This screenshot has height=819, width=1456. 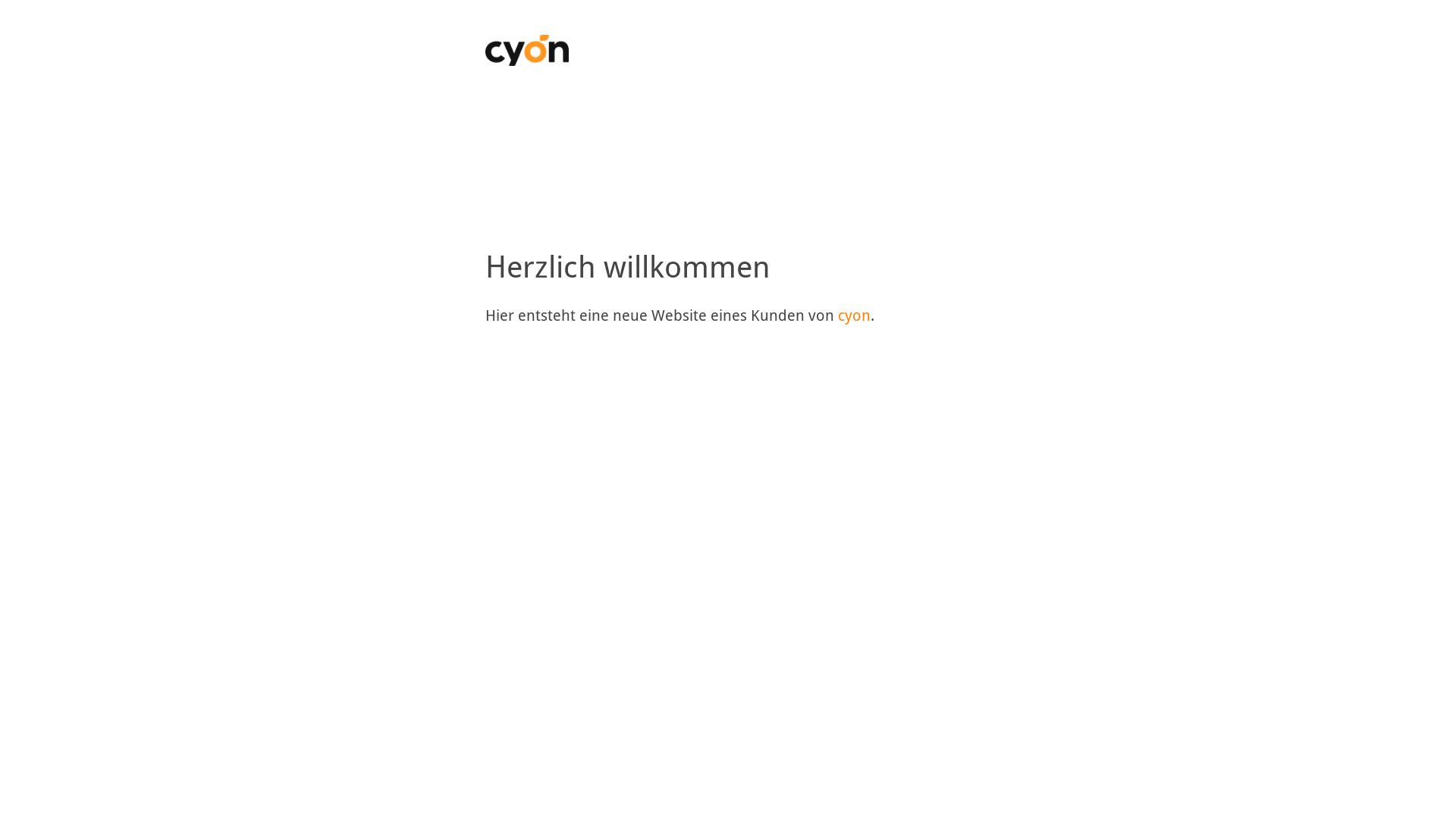 What do you see at coordinates (854, 315) in the screenshot?
I see `'cyon'` at bounding box center [854, 315].